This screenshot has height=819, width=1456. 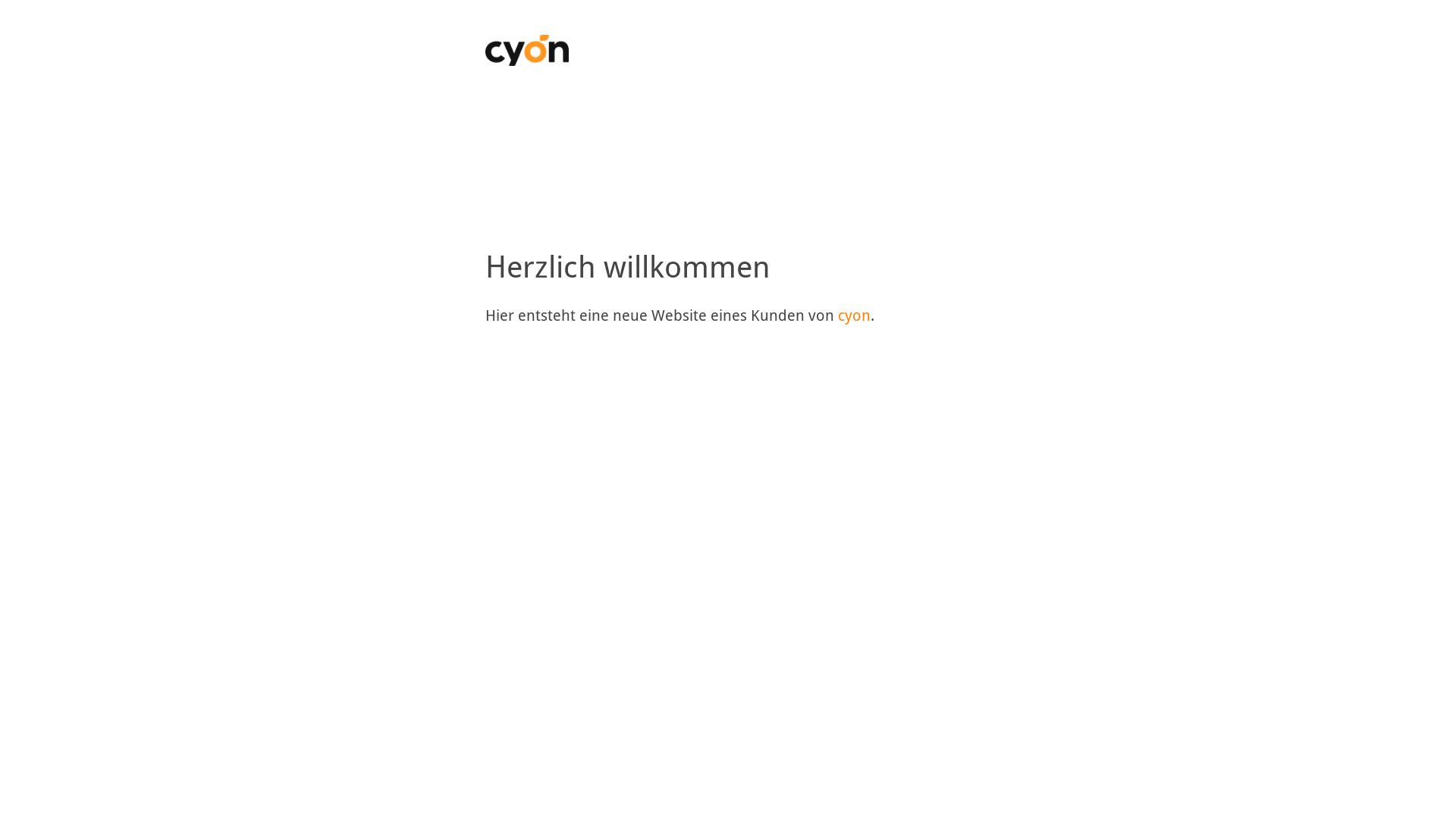 What do you see at coordinates (854, 315) in the screenshot?
I see `'cyon'` at bounding box center [854, 315].